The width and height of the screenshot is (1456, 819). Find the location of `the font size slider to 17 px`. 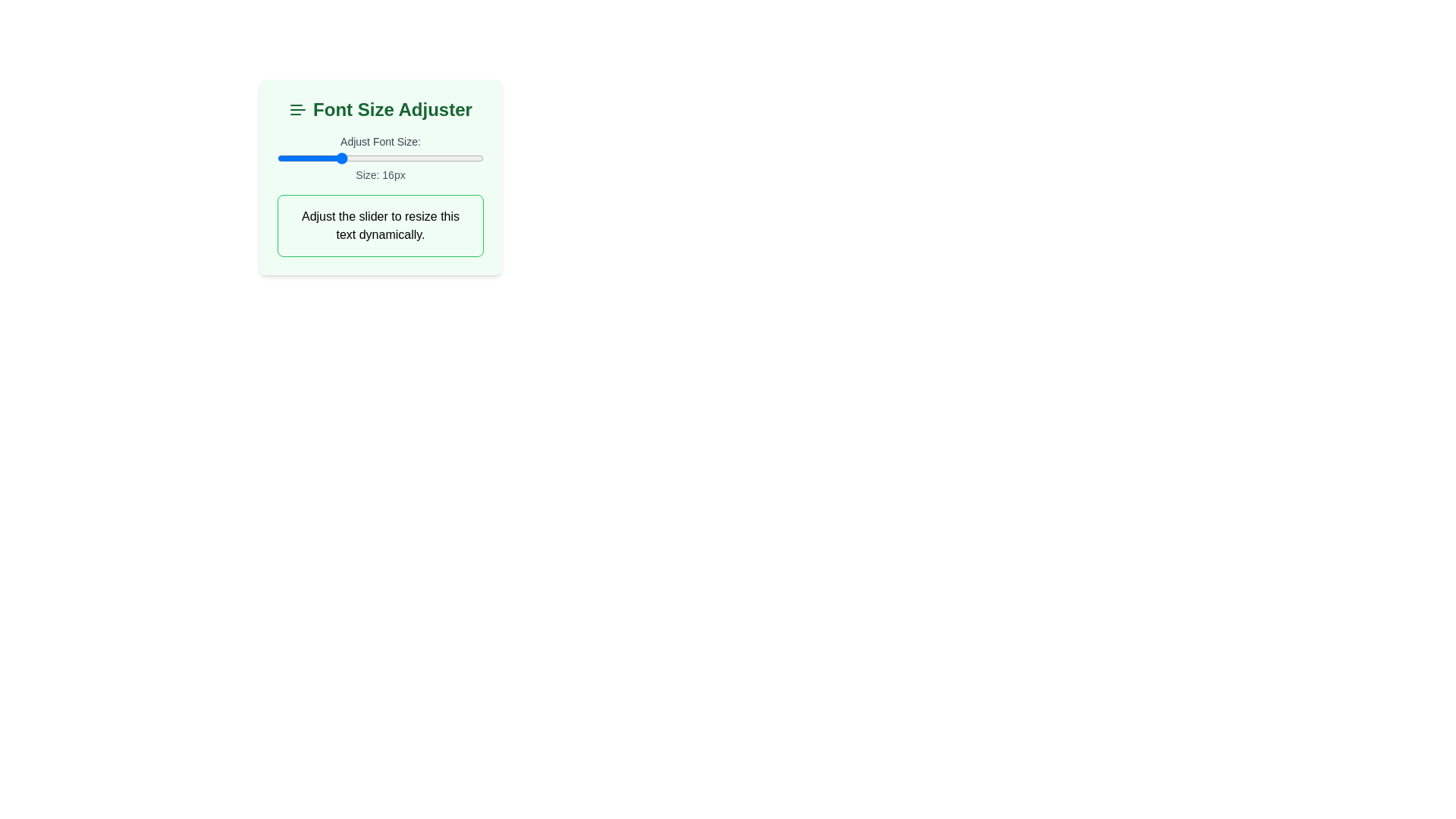

the font size slider to 17 px is located at coordinates (349, 158).